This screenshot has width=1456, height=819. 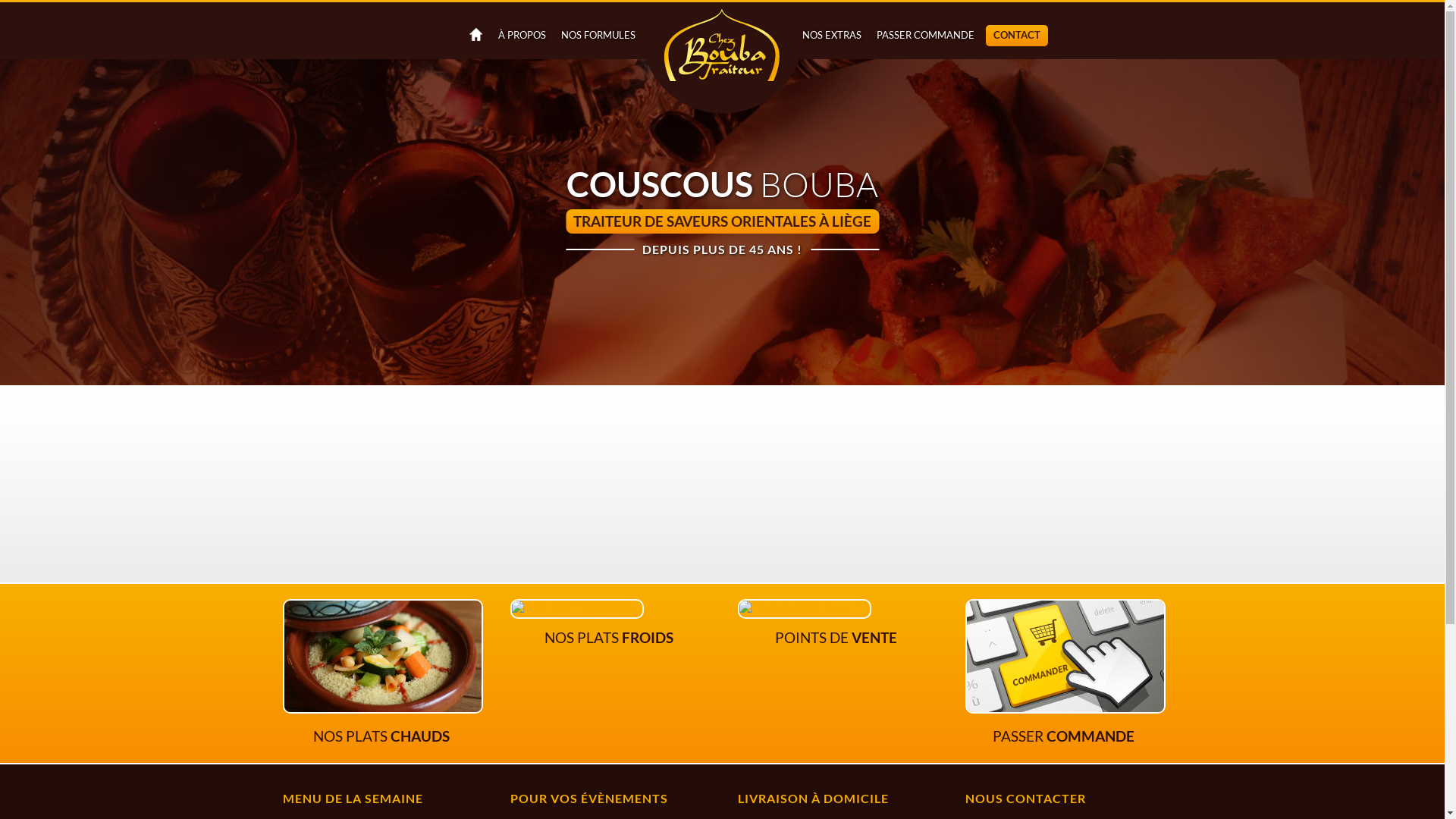 I want to click on 'Chez Bouba Traiteur', so click(x=720, y=58).